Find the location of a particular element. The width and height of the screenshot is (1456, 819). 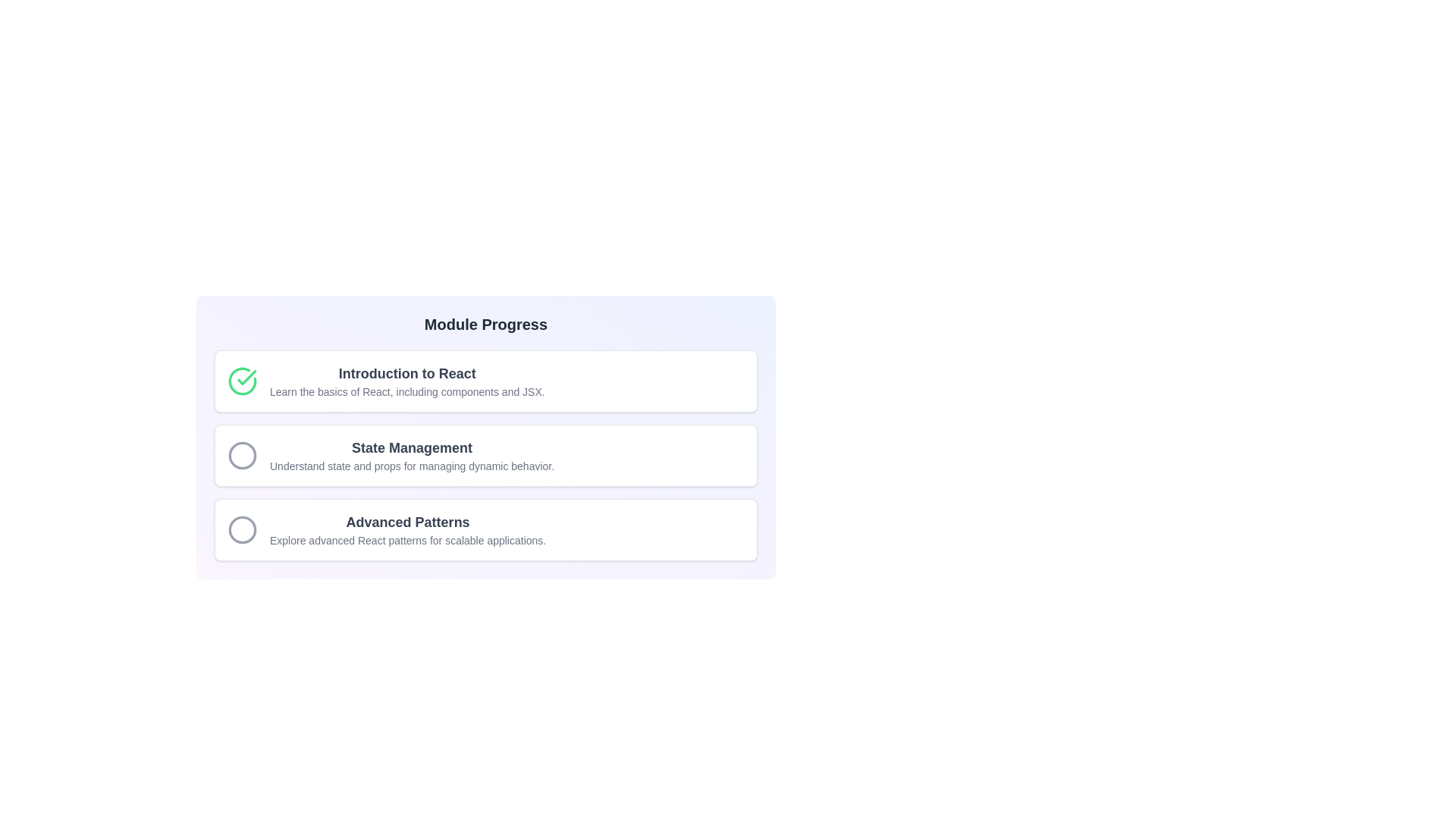

the Text Content Block containing the title 'Advanced Patterns' and the subtitle 'Explore advanced React patterns for scalable applications.' which is the third card in the 'Module Progress' section is located at coordinates (408, 529).